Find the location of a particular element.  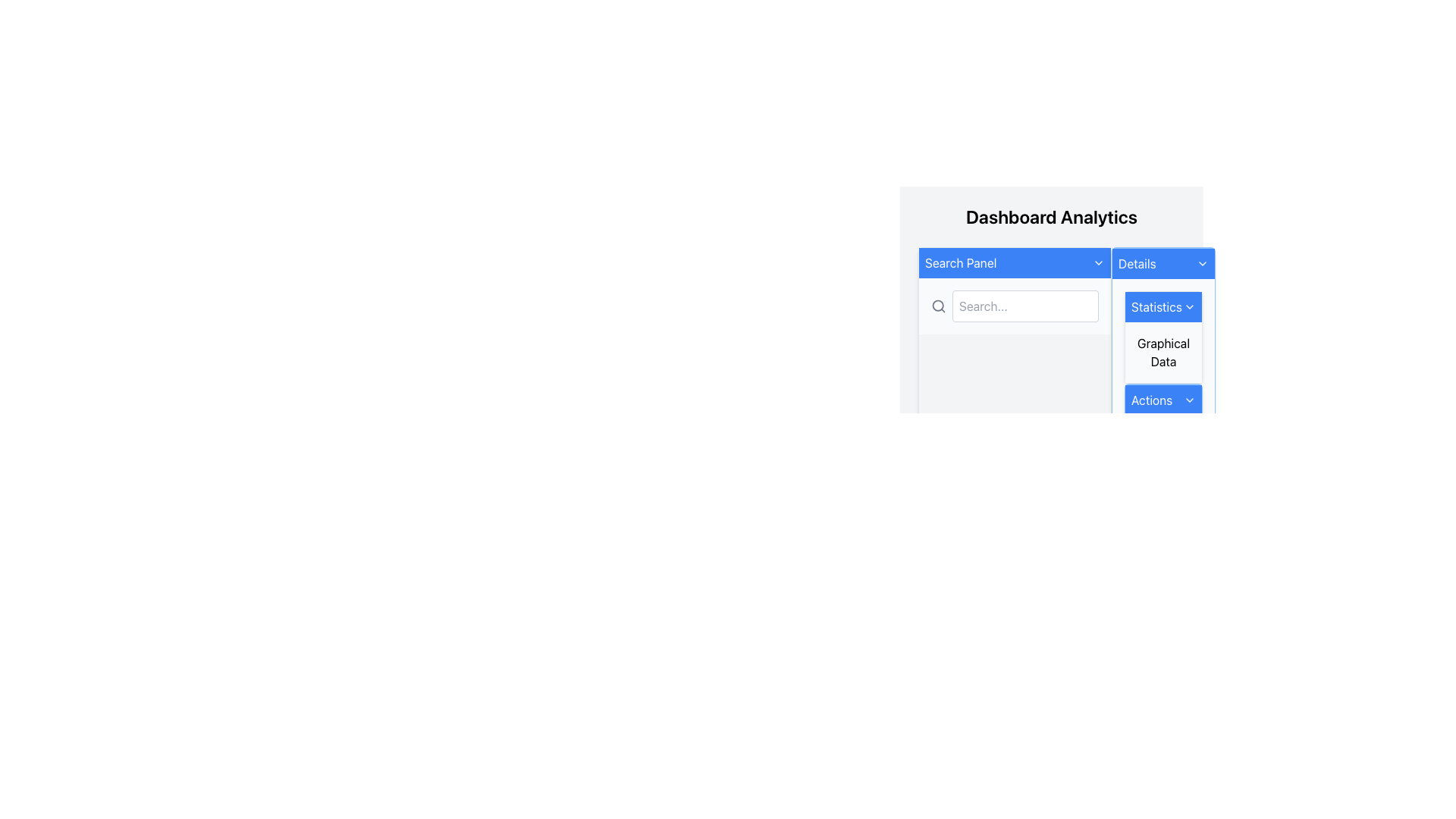

the icon located at the rightmost edge of the blue 'Statistics' button in the details panel is located at coordinates (1189, 307).